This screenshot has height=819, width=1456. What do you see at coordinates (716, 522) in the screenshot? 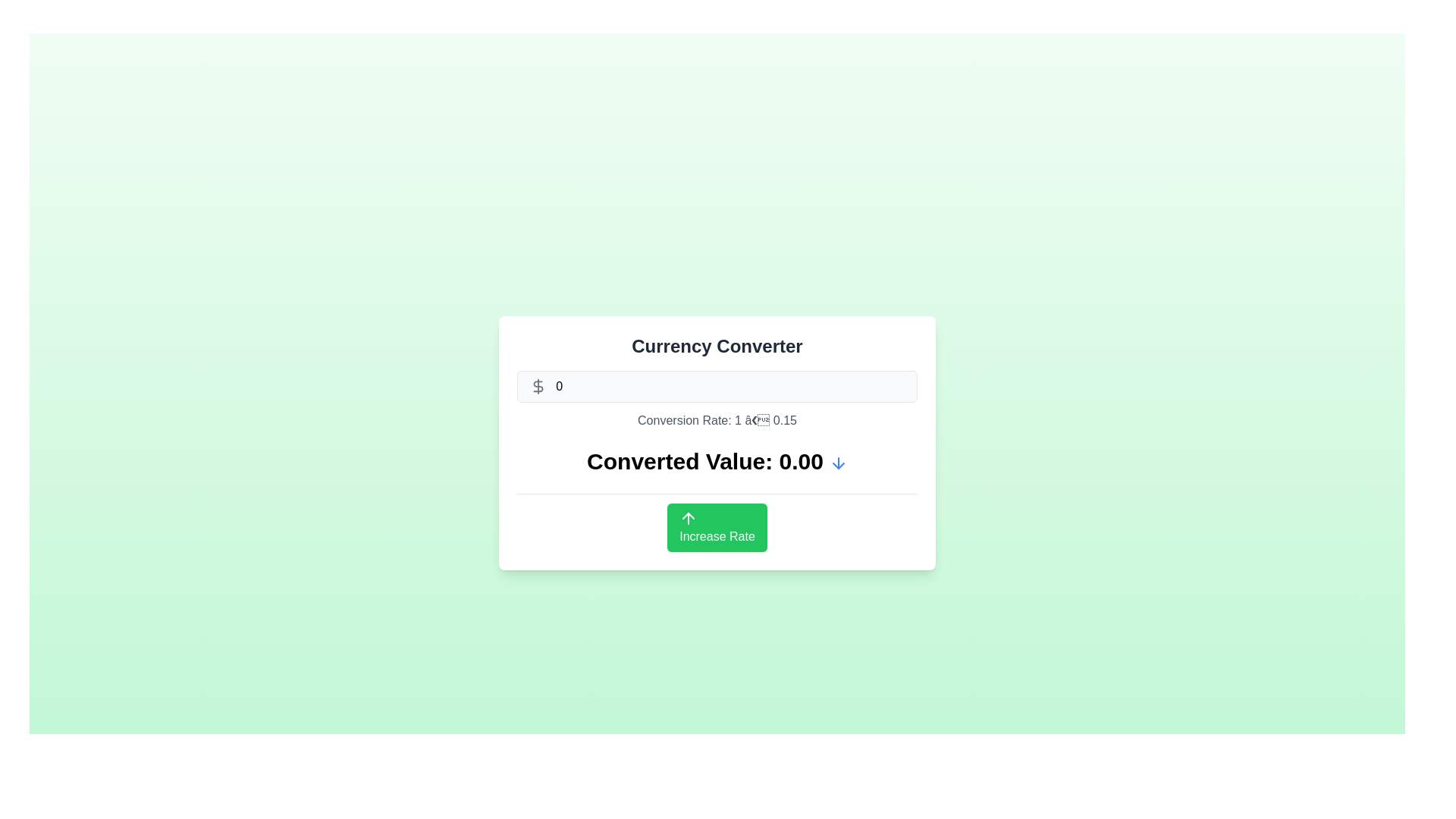
I see `the button located in the Currency Converter section, positioned below 'Converted Value: 0.00'` at bounding box center [716, 522].